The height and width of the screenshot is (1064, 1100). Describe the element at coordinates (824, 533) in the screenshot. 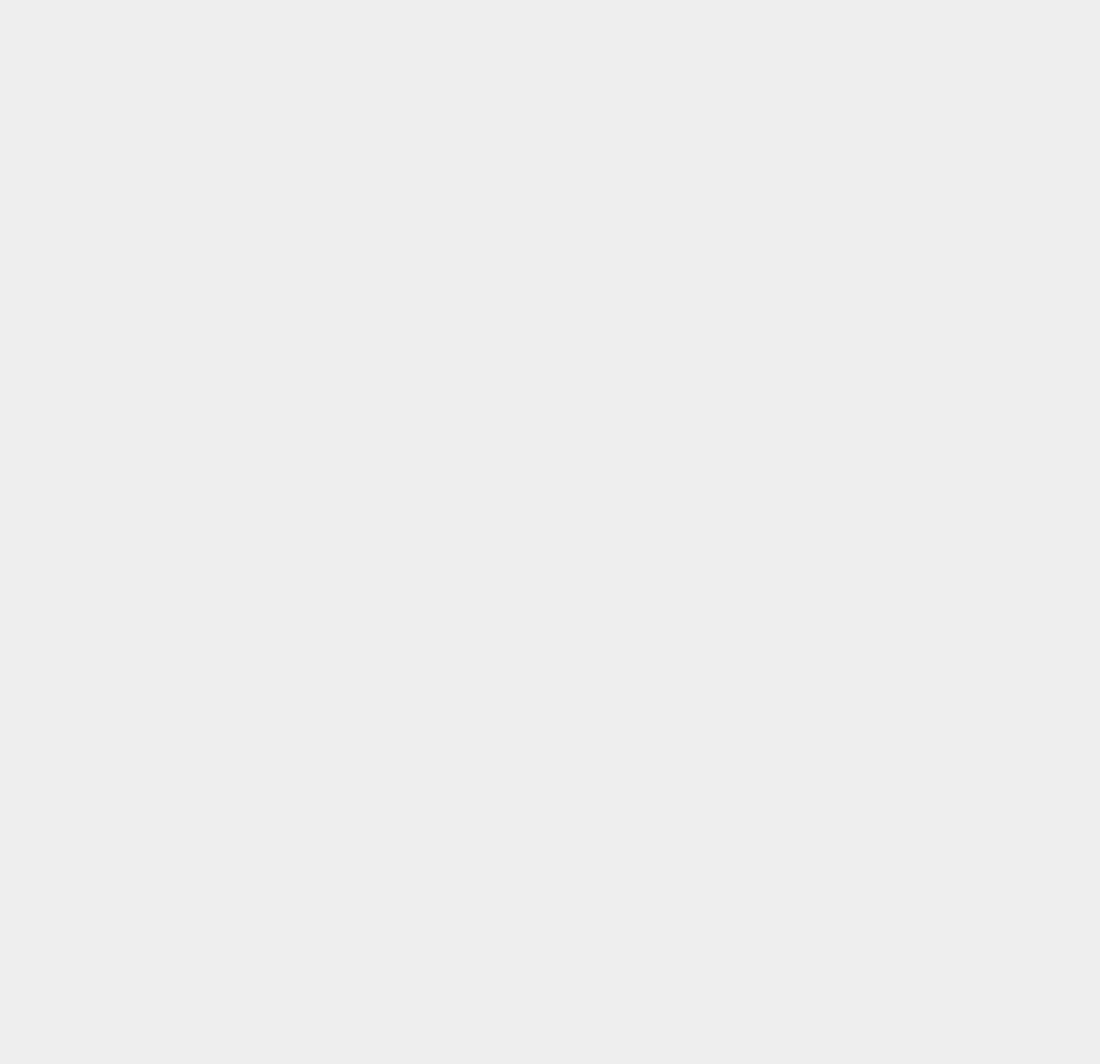

I see `'Amazon Tablet'` at that location.